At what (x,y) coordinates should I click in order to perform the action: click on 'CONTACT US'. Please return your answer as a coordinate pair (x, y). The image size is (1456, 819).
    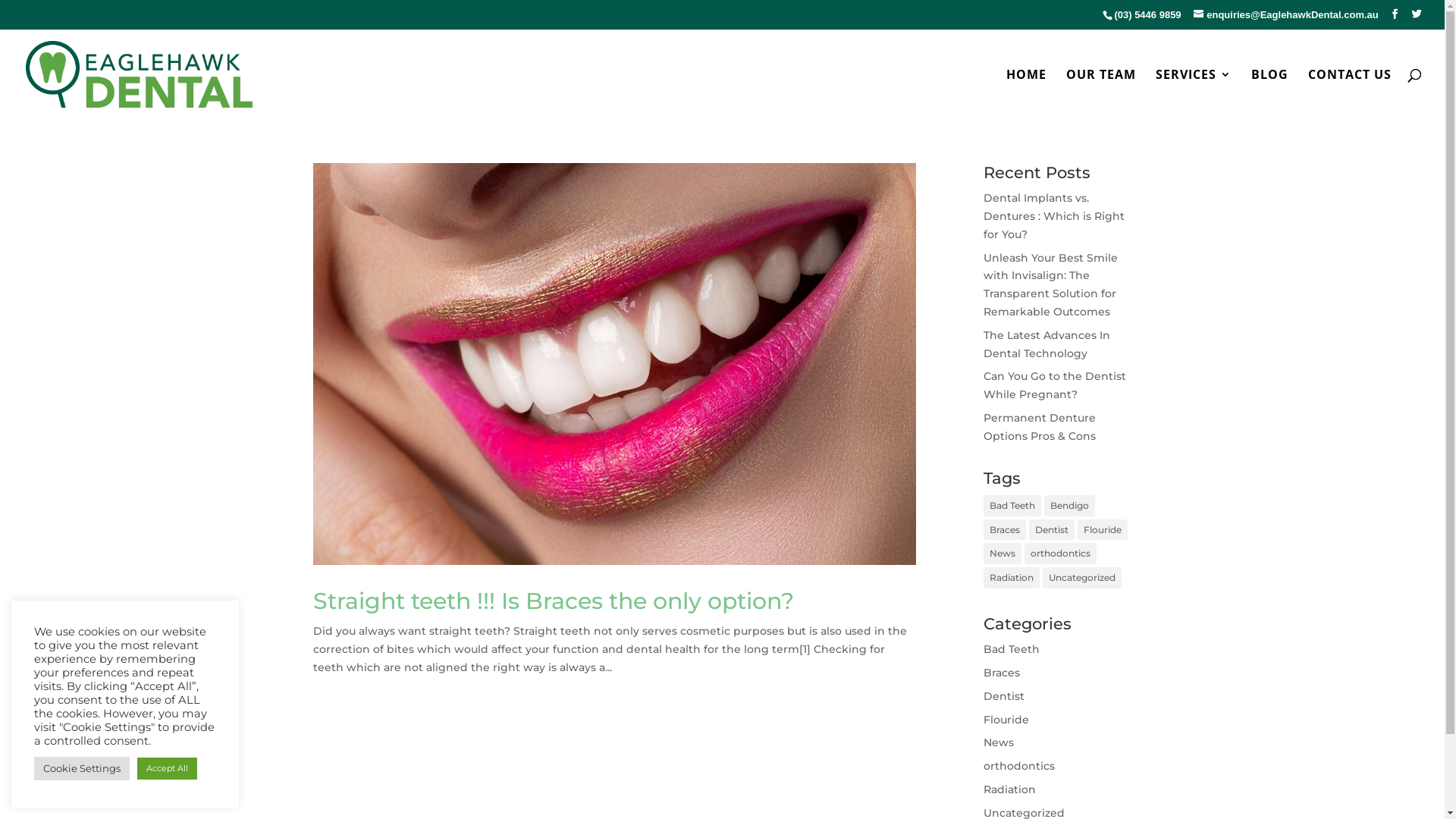
    Looking at the image, I should click on (1350, 93).